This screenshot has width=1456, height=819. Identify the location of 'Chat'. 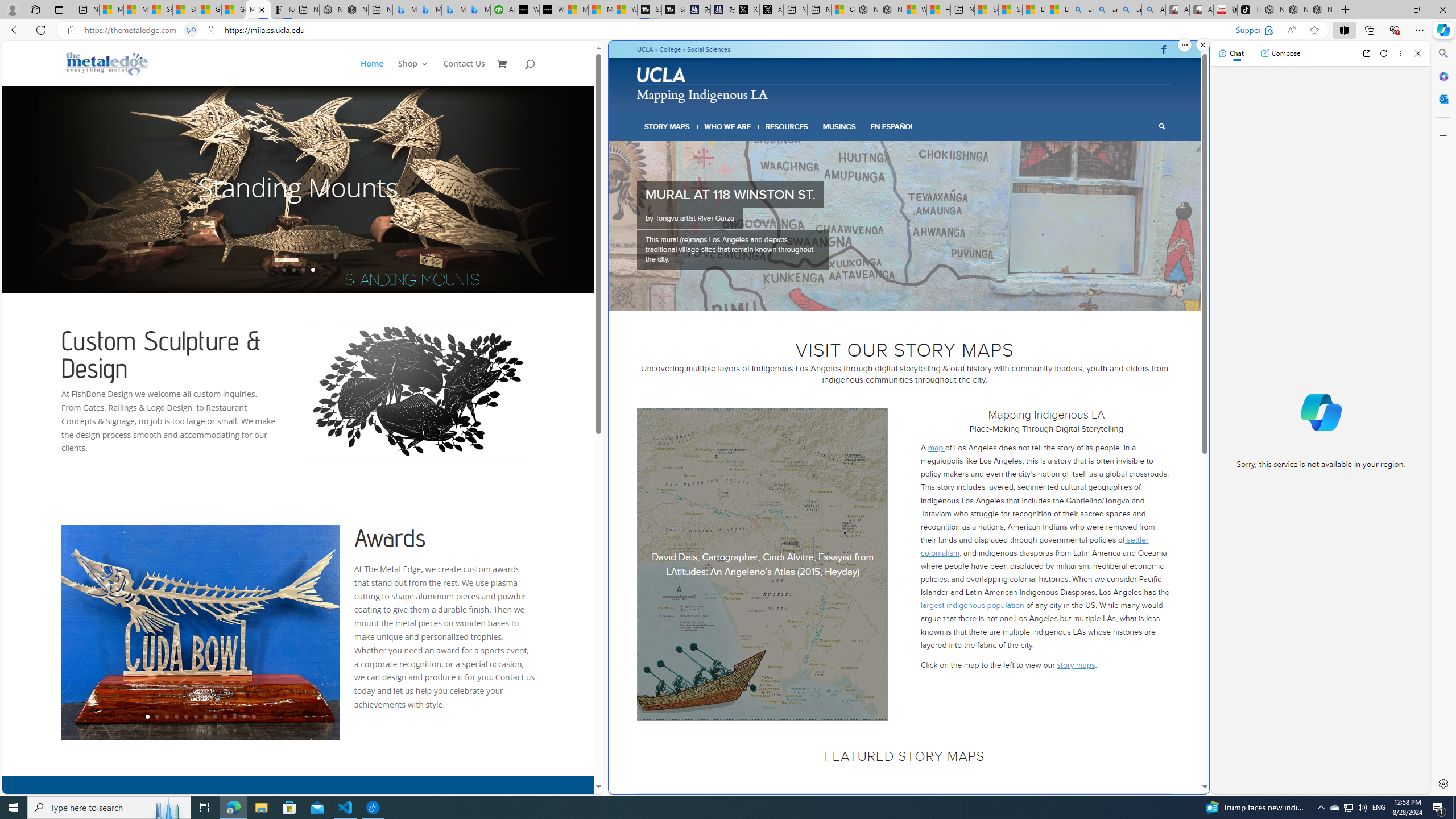
(1231, 52).